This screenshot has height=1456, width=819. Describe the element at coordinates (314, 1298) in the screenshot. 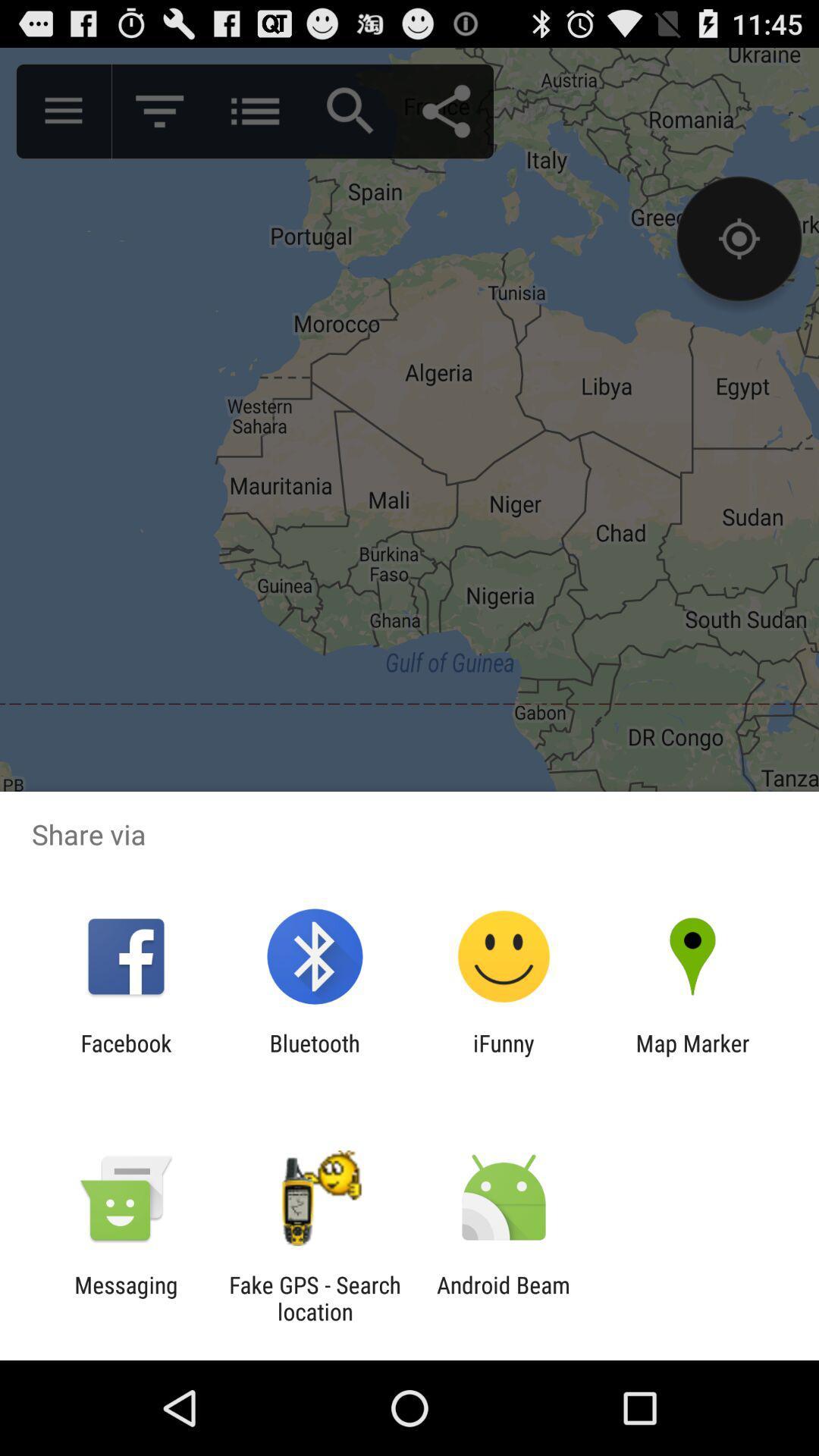

I see `the app next to messaging` at that location.